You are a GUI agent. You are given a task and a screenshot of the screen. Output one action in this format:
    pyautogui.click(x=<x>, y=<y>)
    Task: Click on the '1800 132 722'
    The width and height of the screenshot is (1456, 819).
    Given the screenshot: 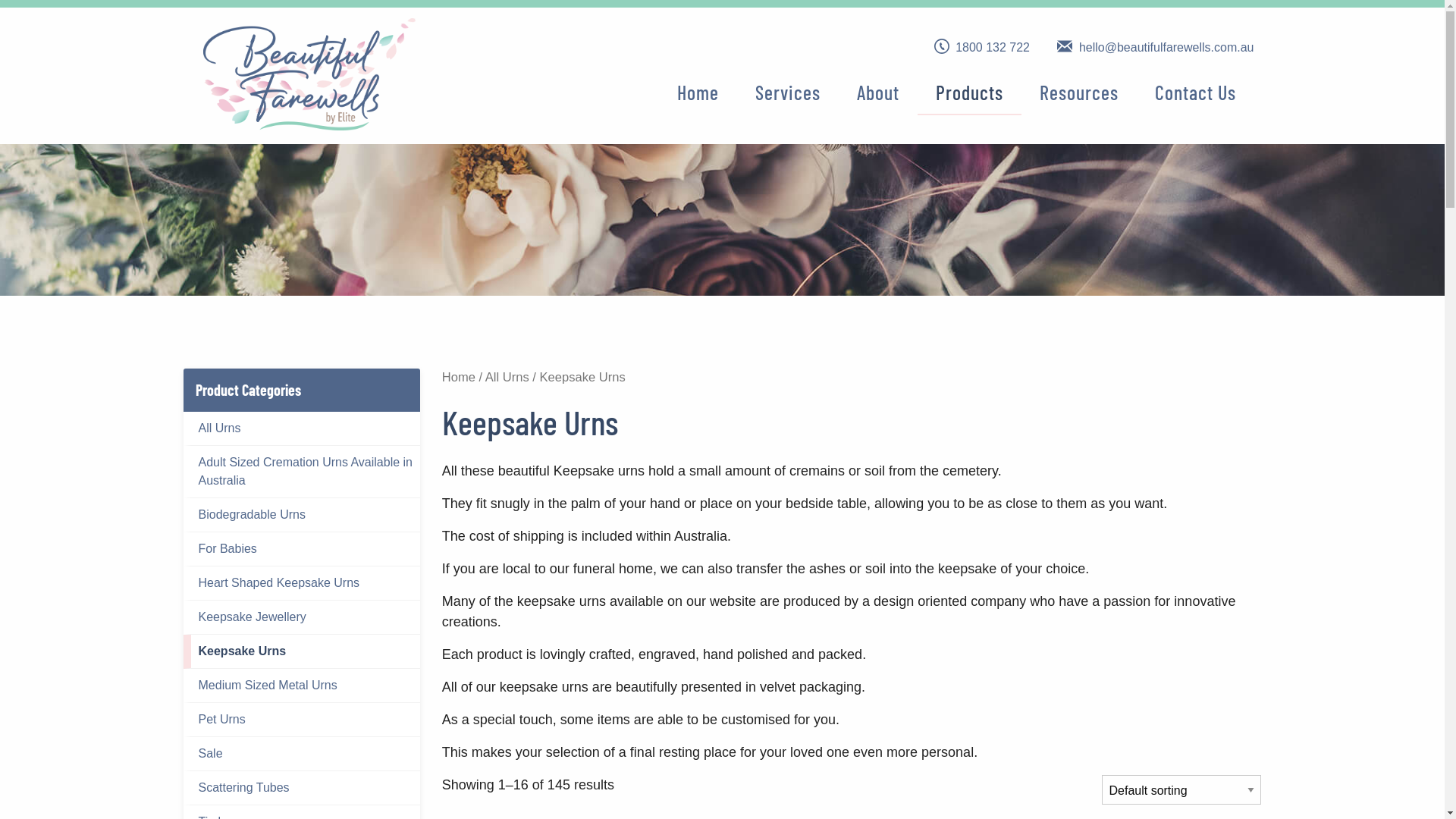 What is the action you would take?
    pyautogui.click(x=984, y=46)
    